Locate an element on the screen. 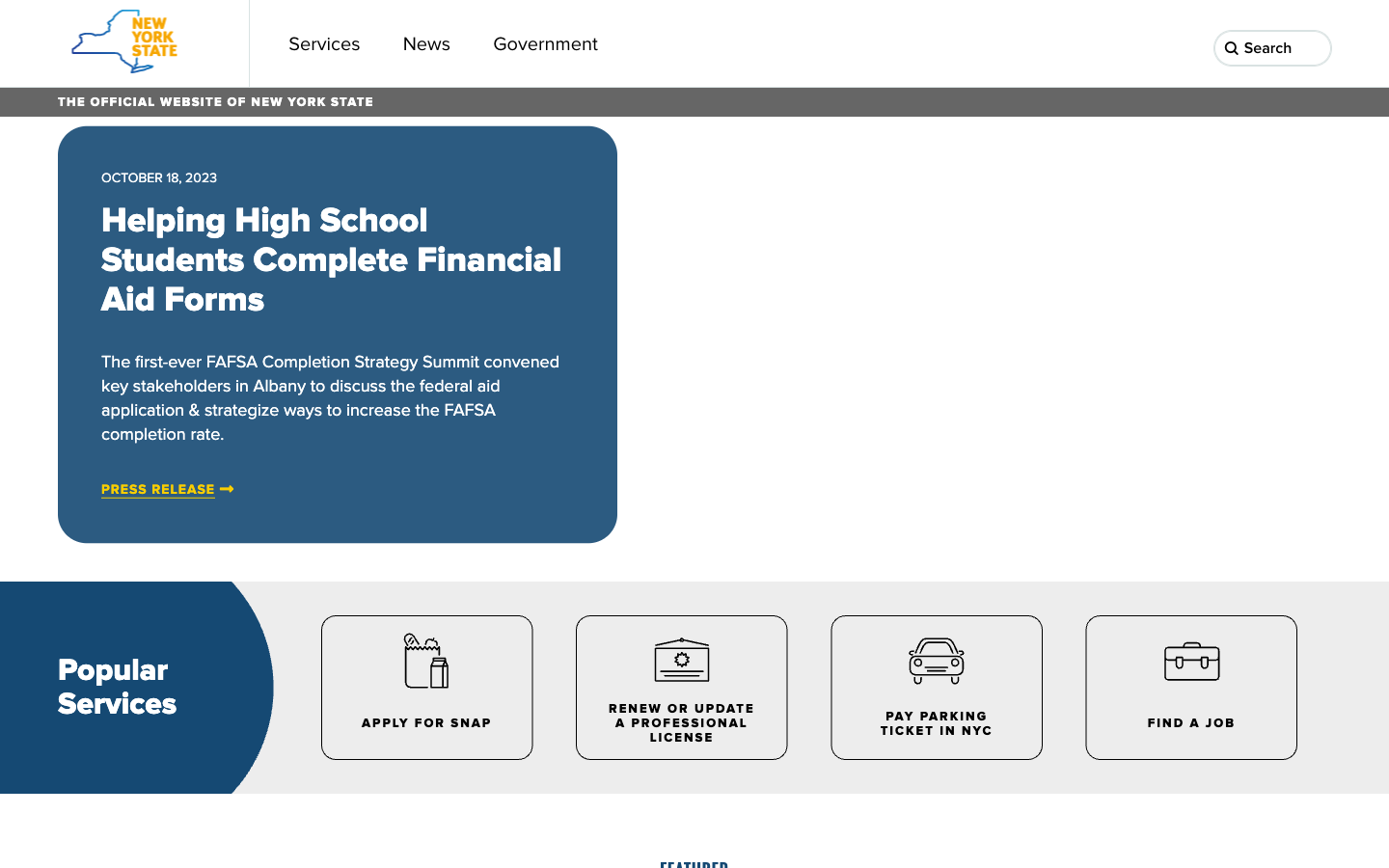 Image resolution: width=1389 pixels, height=868 pixels. the press release on the web page is located at coordinates (227796, 441378).